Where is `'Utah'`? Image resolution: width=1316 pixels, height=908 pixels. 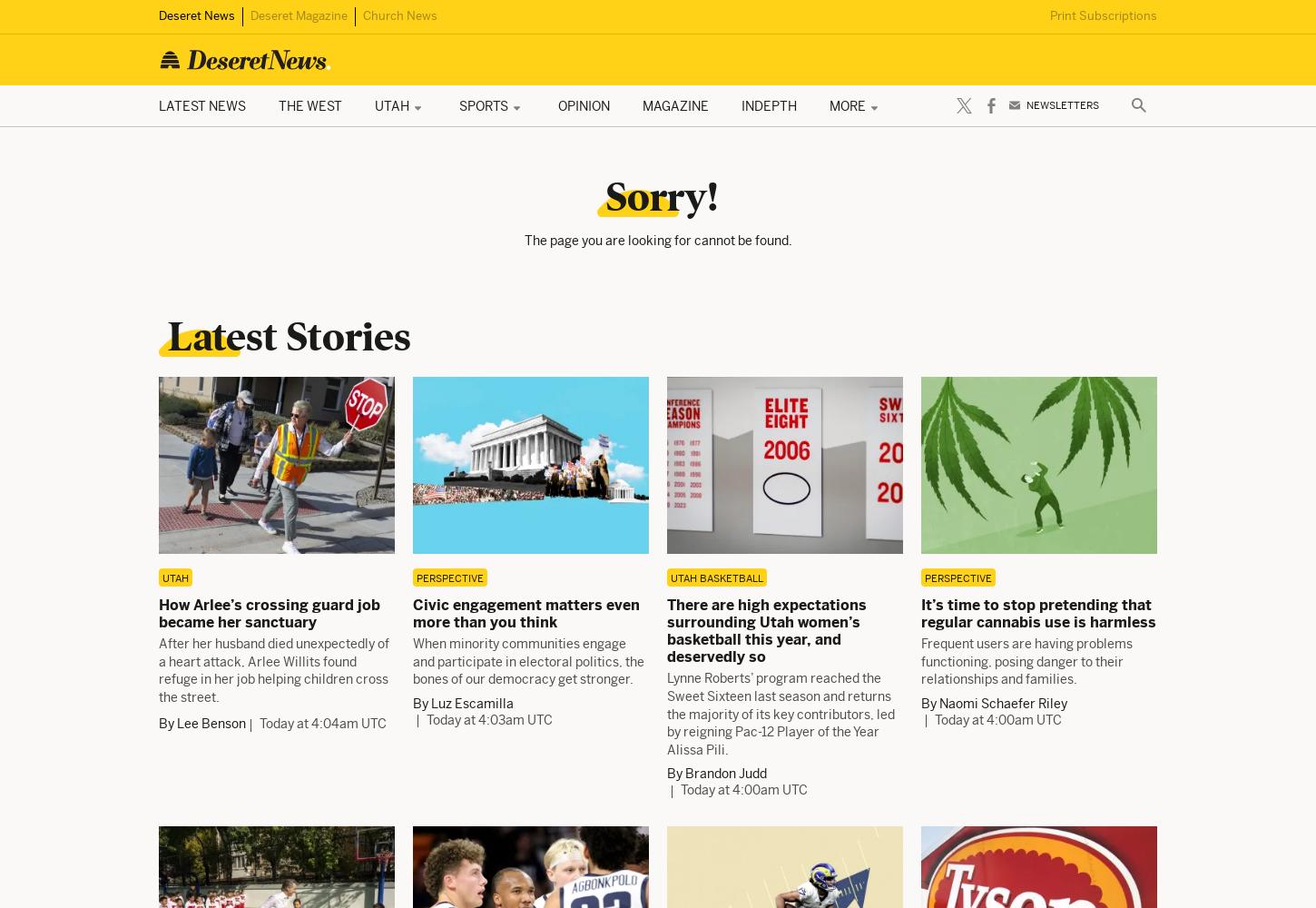 'Utah' is located at coordinates (174, 577).